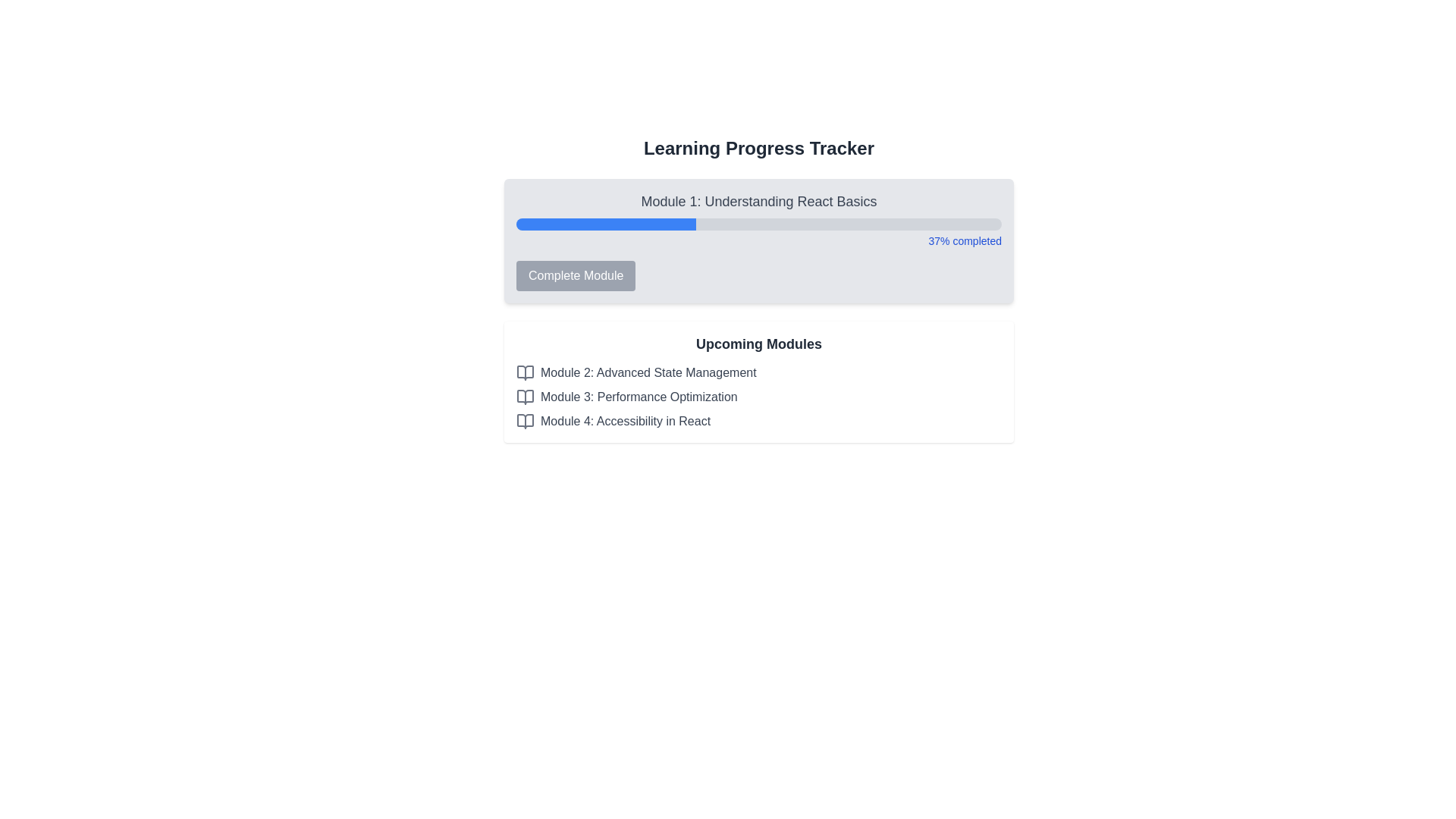 The width and height of the screenshot is (1456, 819). I want to click on the open book icon located in the 'Upcoming Modules' section, adjacent to 'Module 2: Advanced State Management', so click(525, 373).